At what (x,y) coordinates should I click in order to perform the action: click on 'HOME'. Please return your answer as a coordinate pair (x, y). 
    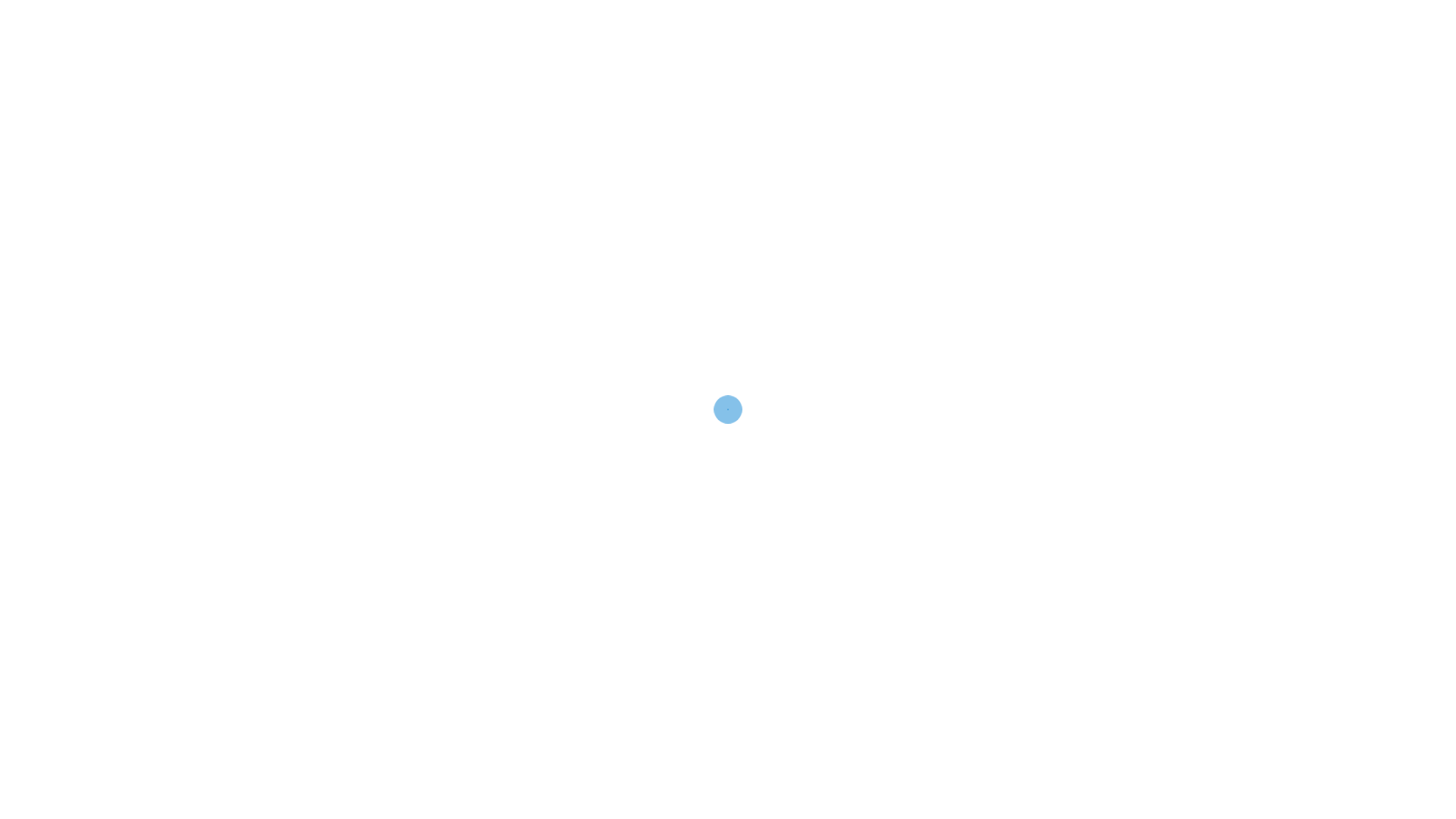
    Looking at the image, I should click on (435, 99).